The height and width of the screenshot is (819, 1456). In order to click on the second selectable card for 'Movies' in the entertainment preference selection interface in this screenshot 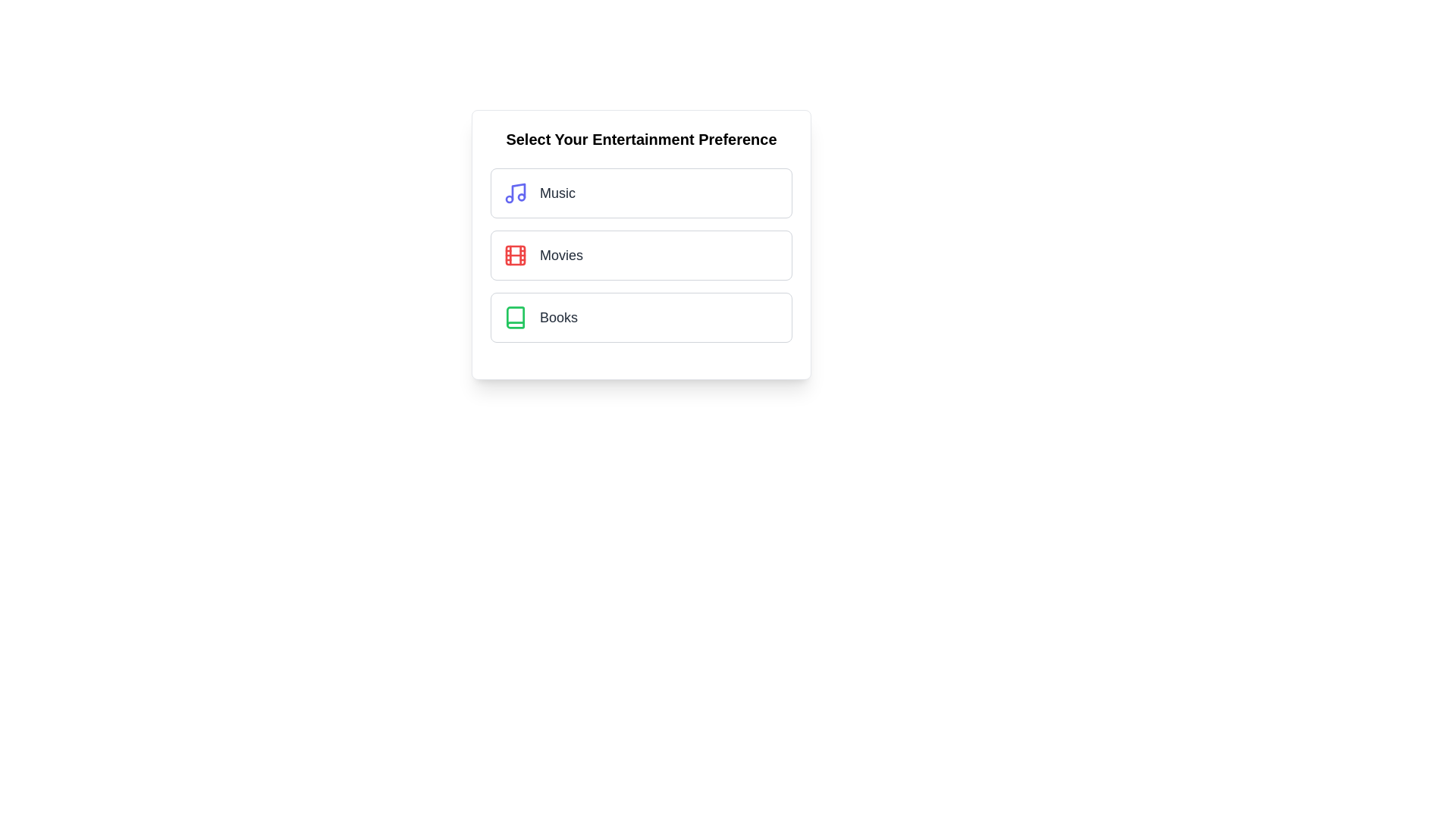, I will do `click(641, 254)`.